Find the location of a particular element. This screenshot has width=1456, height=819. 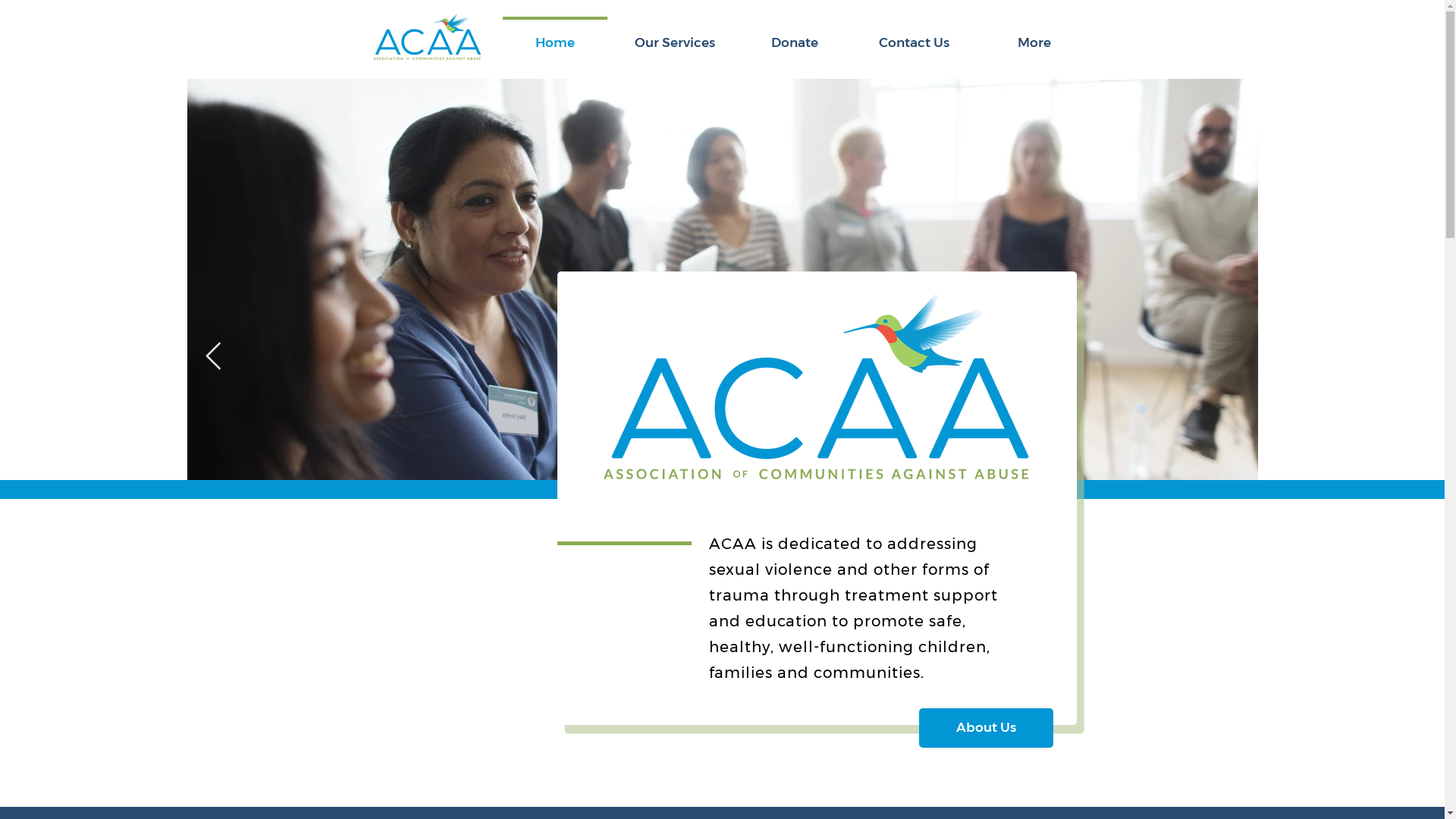

'Donate' is located at coordinates (792, 34).